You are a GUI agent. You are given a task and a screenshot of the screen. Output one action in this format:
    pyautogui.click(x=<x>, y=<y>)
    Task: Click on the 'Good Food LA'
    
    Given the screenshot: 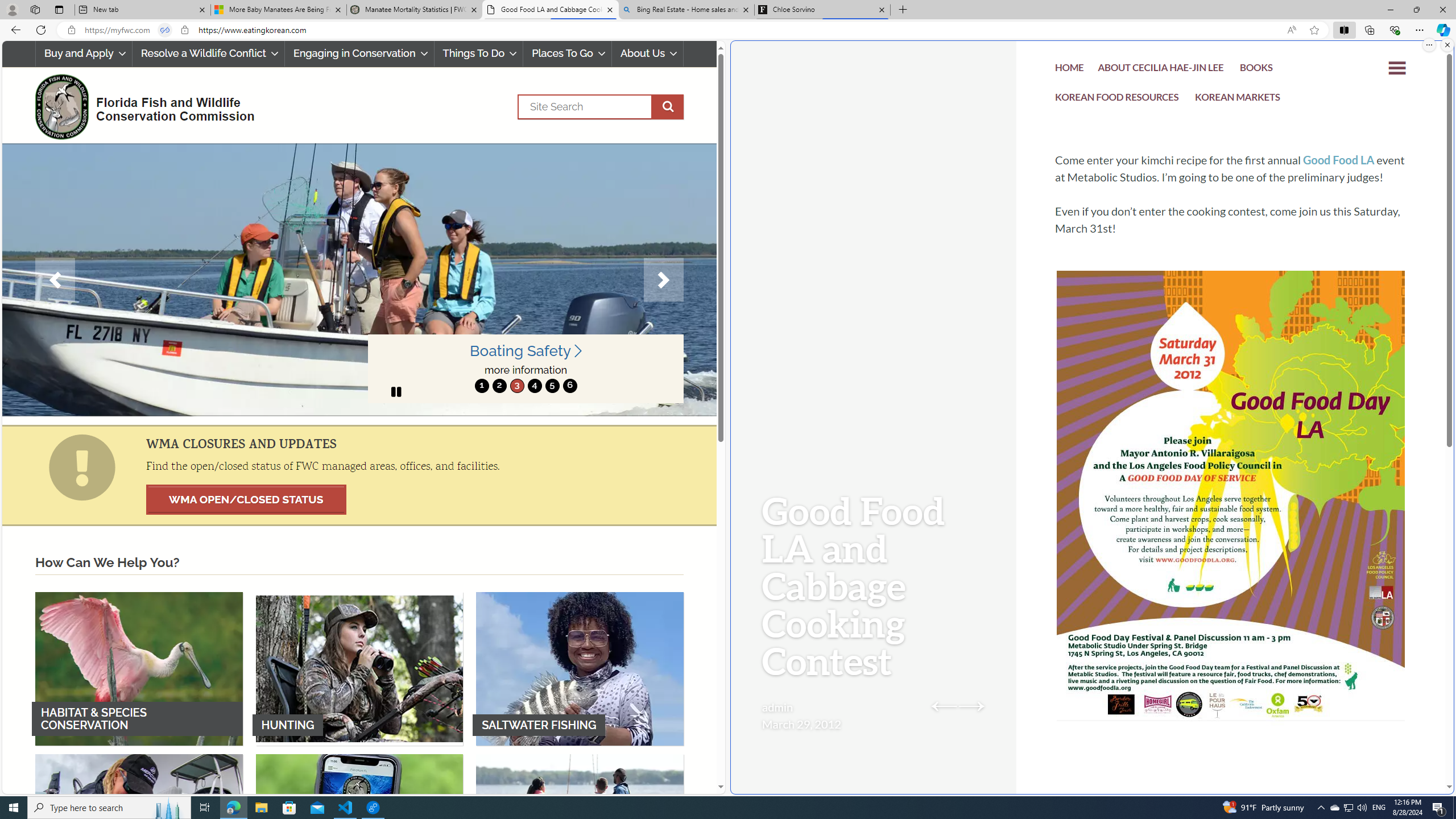 What is the action you would take?
    pyautogui.click(x=1338, y=159)
    